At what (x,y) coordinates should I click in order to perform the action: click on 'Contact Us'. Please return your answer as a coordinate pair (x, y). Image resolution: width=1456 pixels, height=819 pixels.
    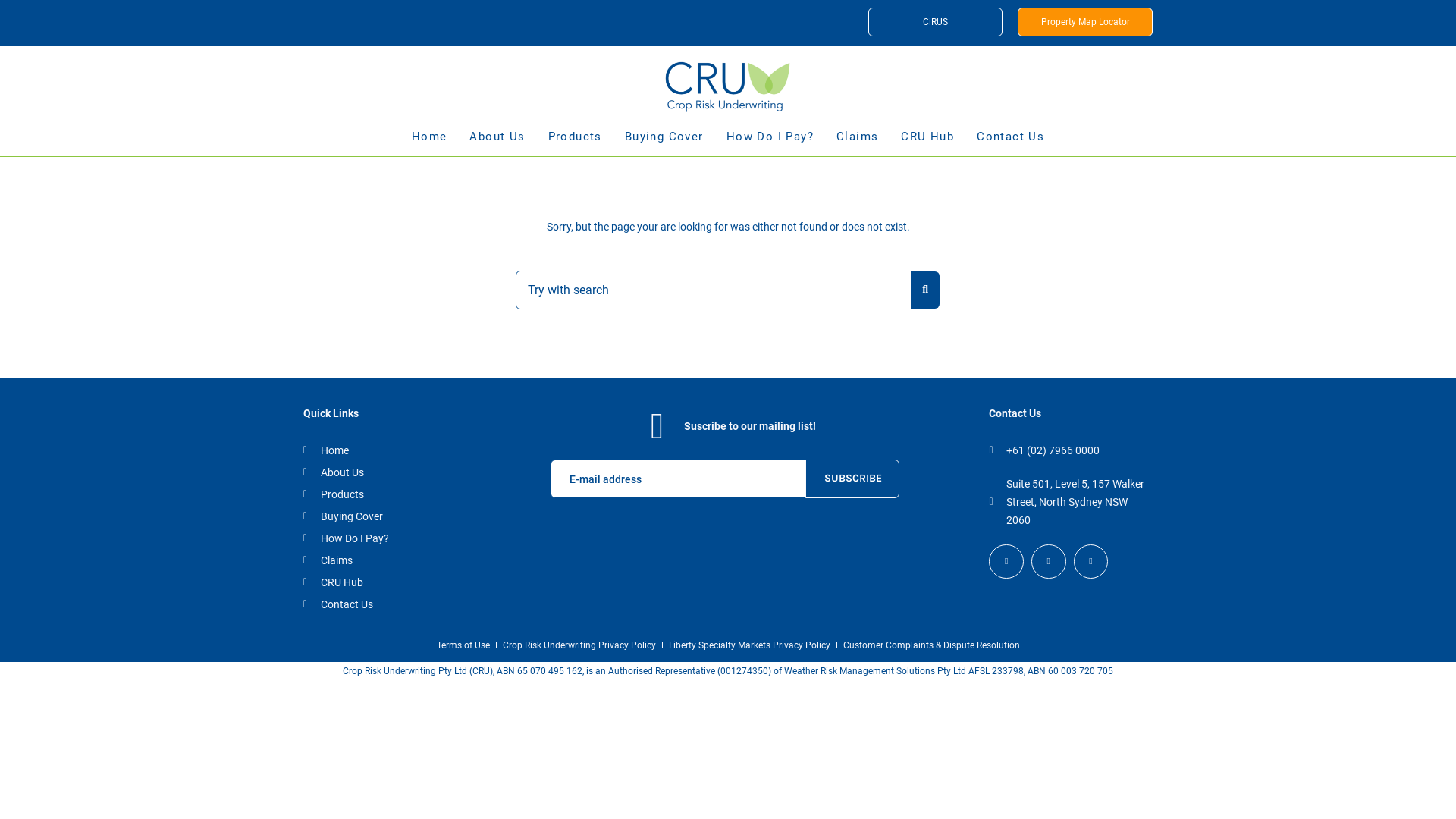
    Looking at the image, I should click on (382, 604).